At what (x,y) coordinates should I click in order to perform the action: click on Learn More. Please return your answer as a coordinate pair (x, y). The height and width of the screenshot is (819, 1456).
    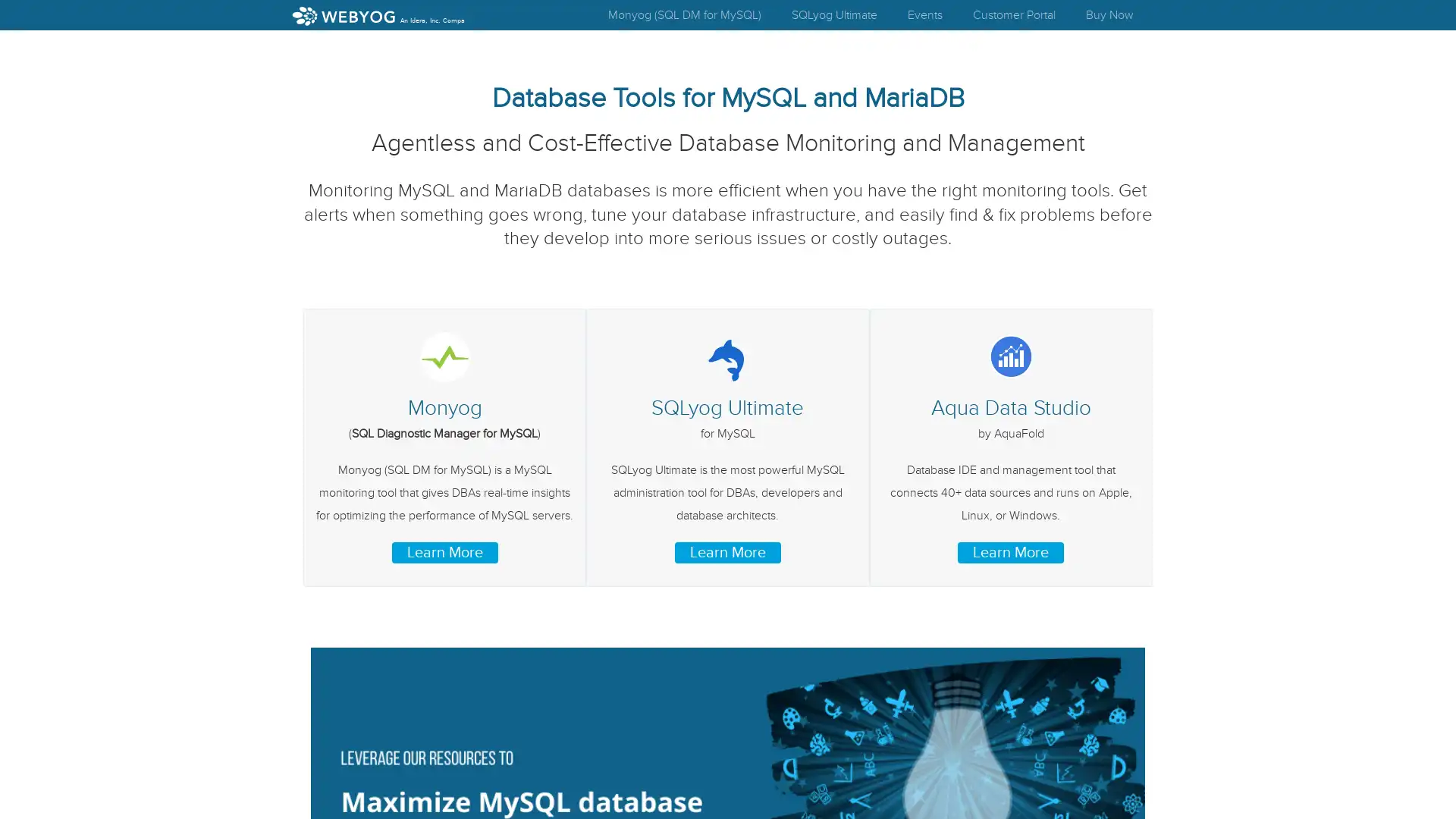
    Looking at the image, I should click on (1011, 553).